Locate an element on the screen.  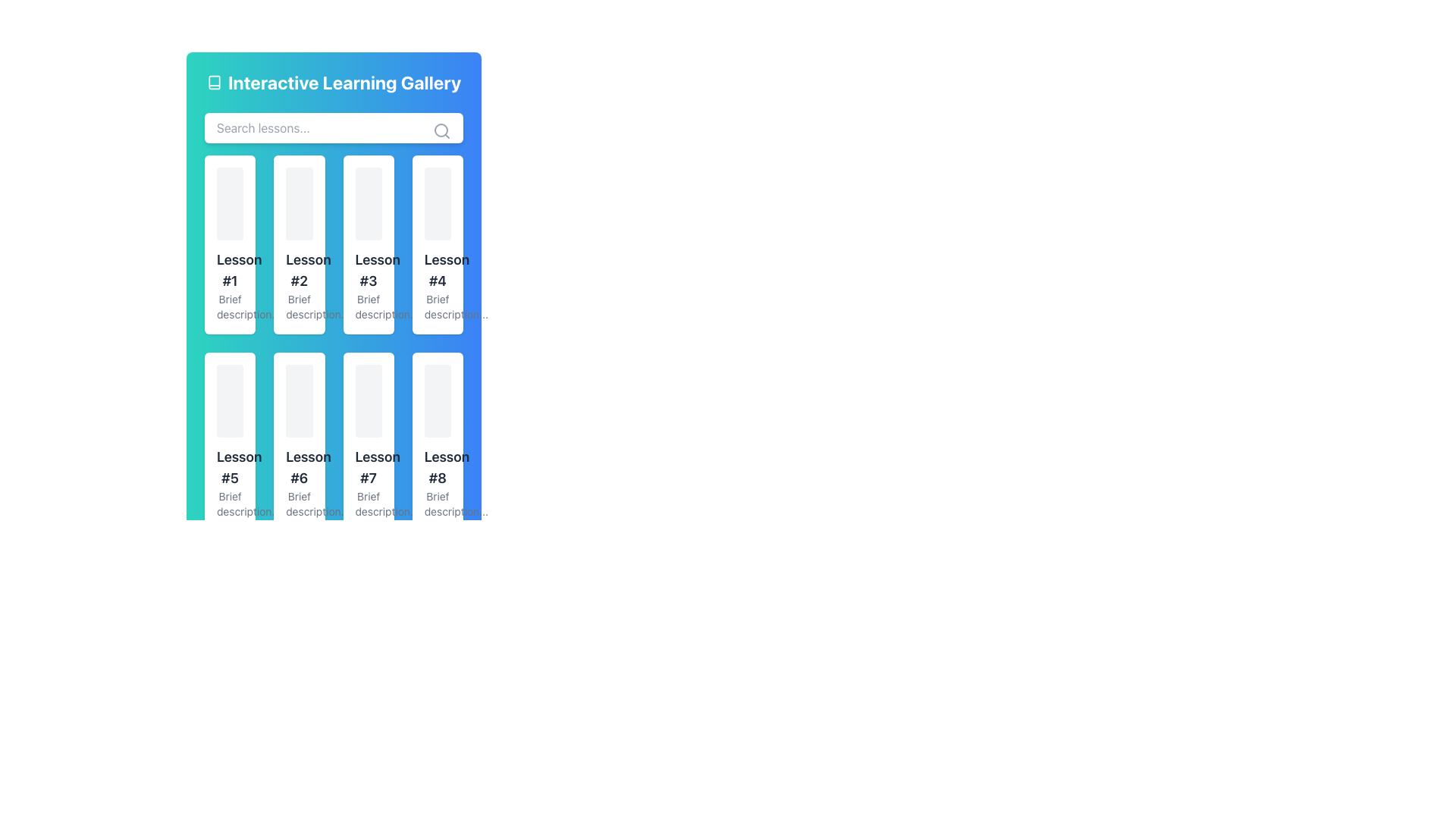
the magnifying glass icon located at the far-right side of the search bar within the 'Interactive Learning Gallery' component is located at coordinates (441, 130).